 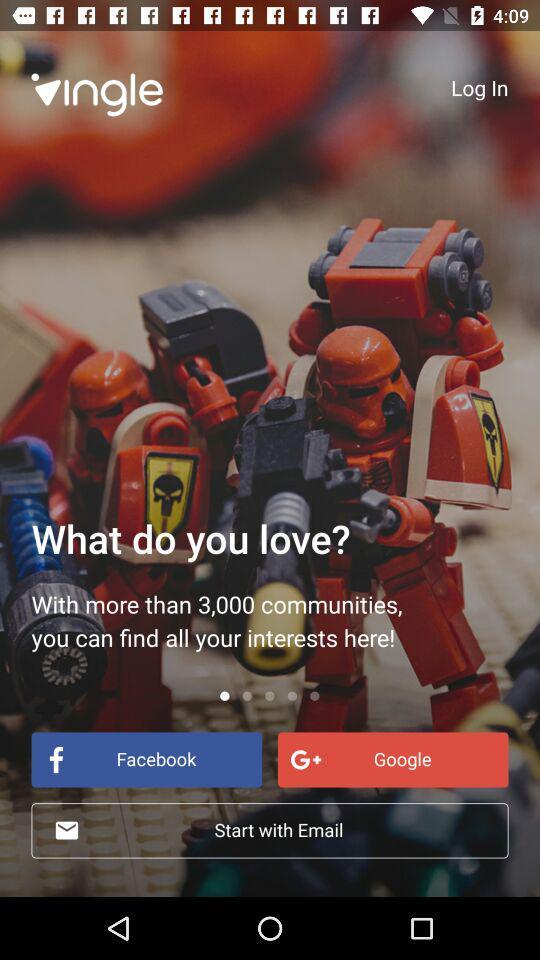 What do you see at coordinates (478, 87) in the screenshot?
I see `the log in` at bounding box center [478, 87].